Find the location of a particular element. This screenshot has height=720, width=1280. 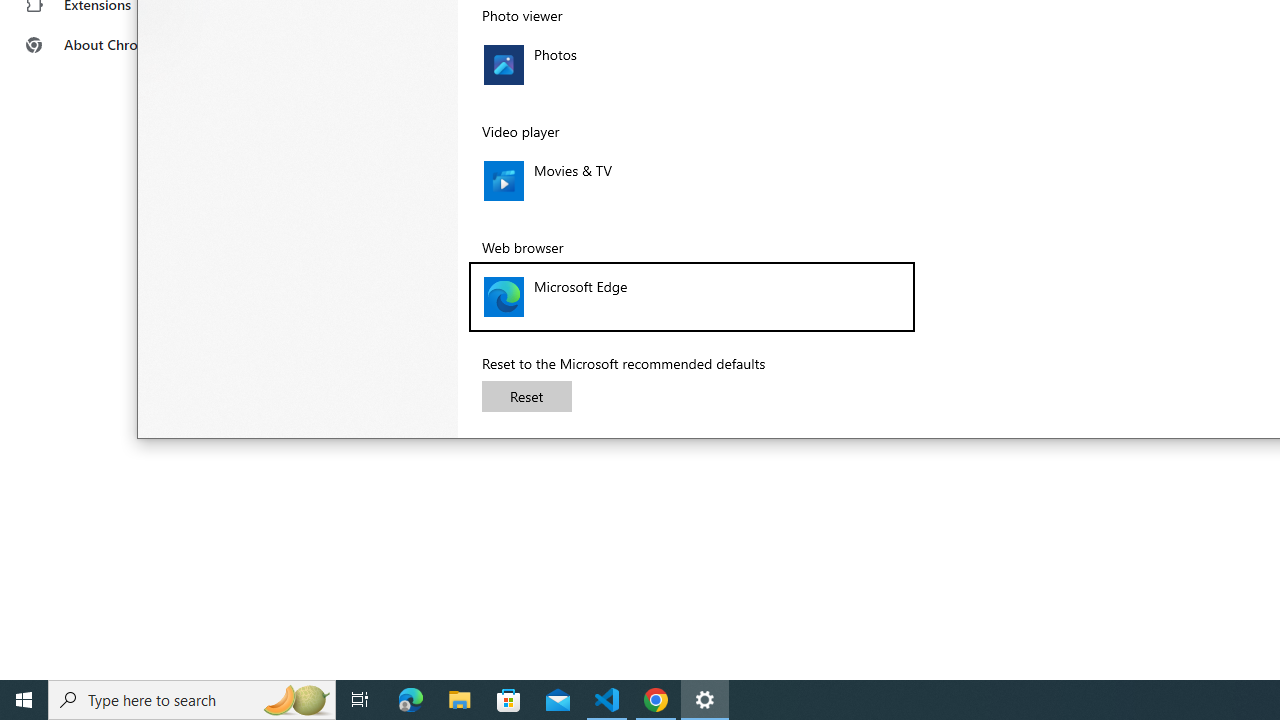

'Visual Studio Code - 1 running window' is located at coordinates (606, 698).